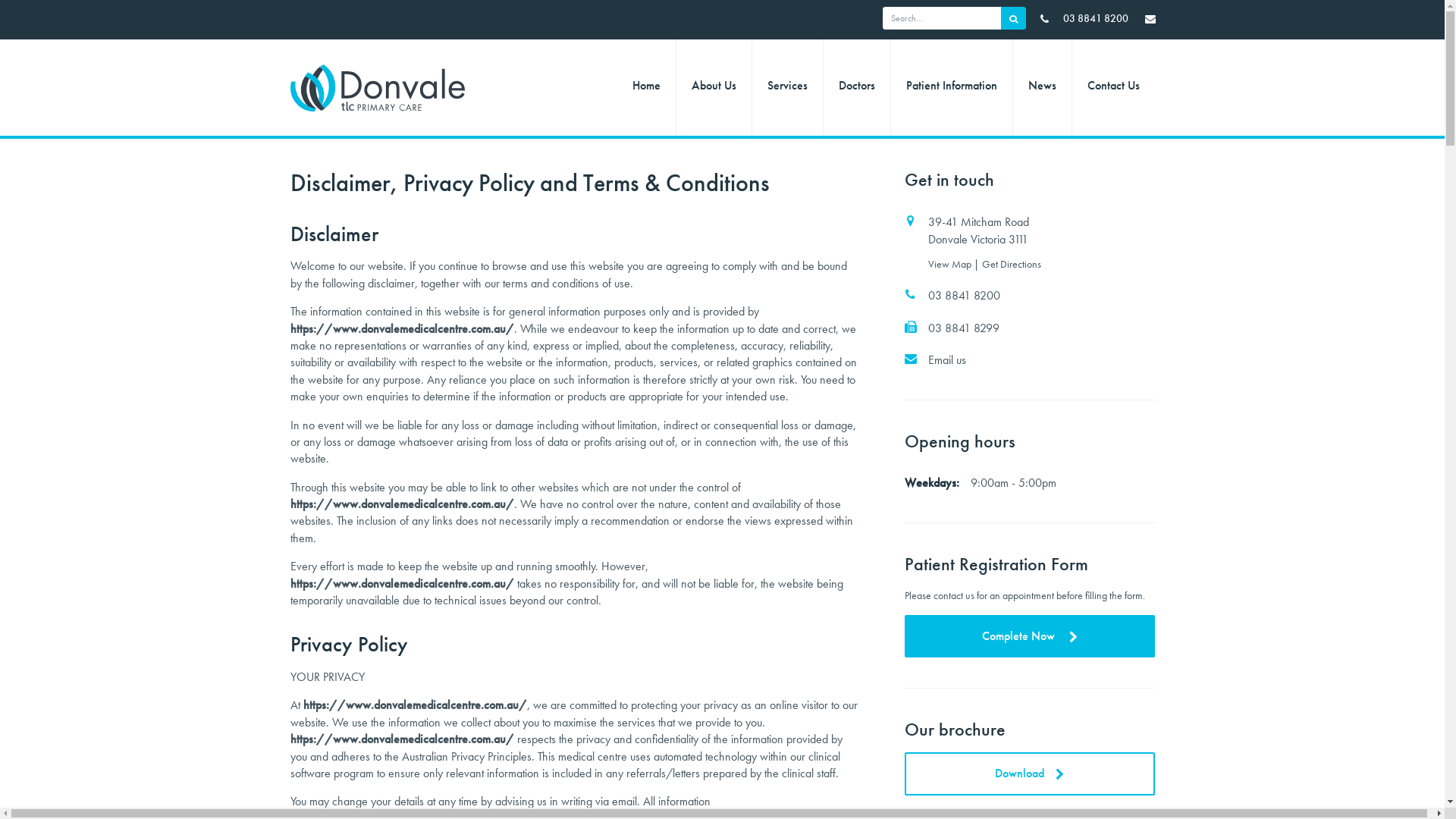  Describe the element at coordinates (787, 87) in the screenshot. I see `'Services'` at that location.